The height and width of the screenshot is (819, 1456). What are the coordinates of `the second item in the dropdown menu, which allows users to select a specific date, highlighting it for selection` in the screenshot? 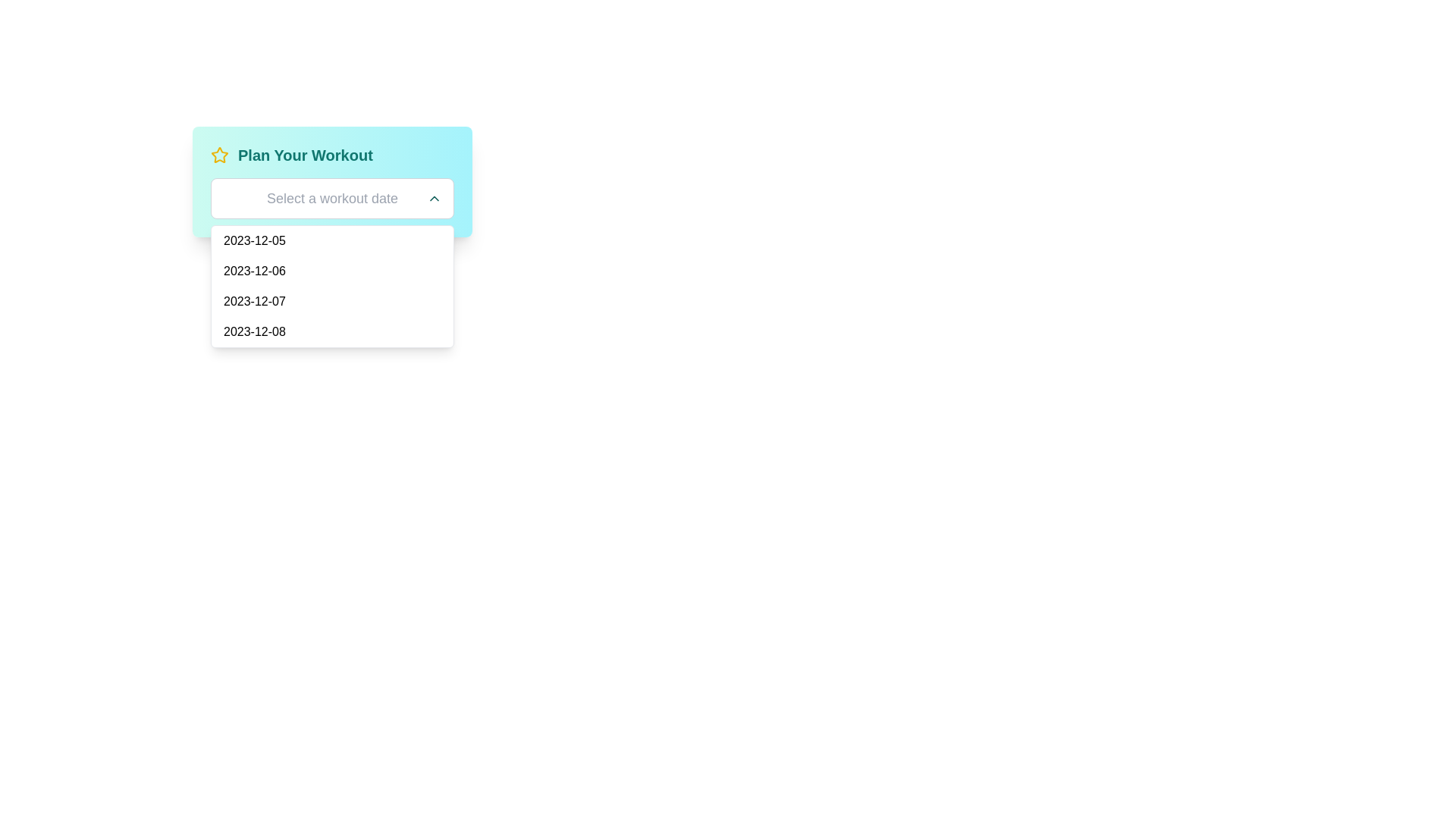 It's located at (331, 271).